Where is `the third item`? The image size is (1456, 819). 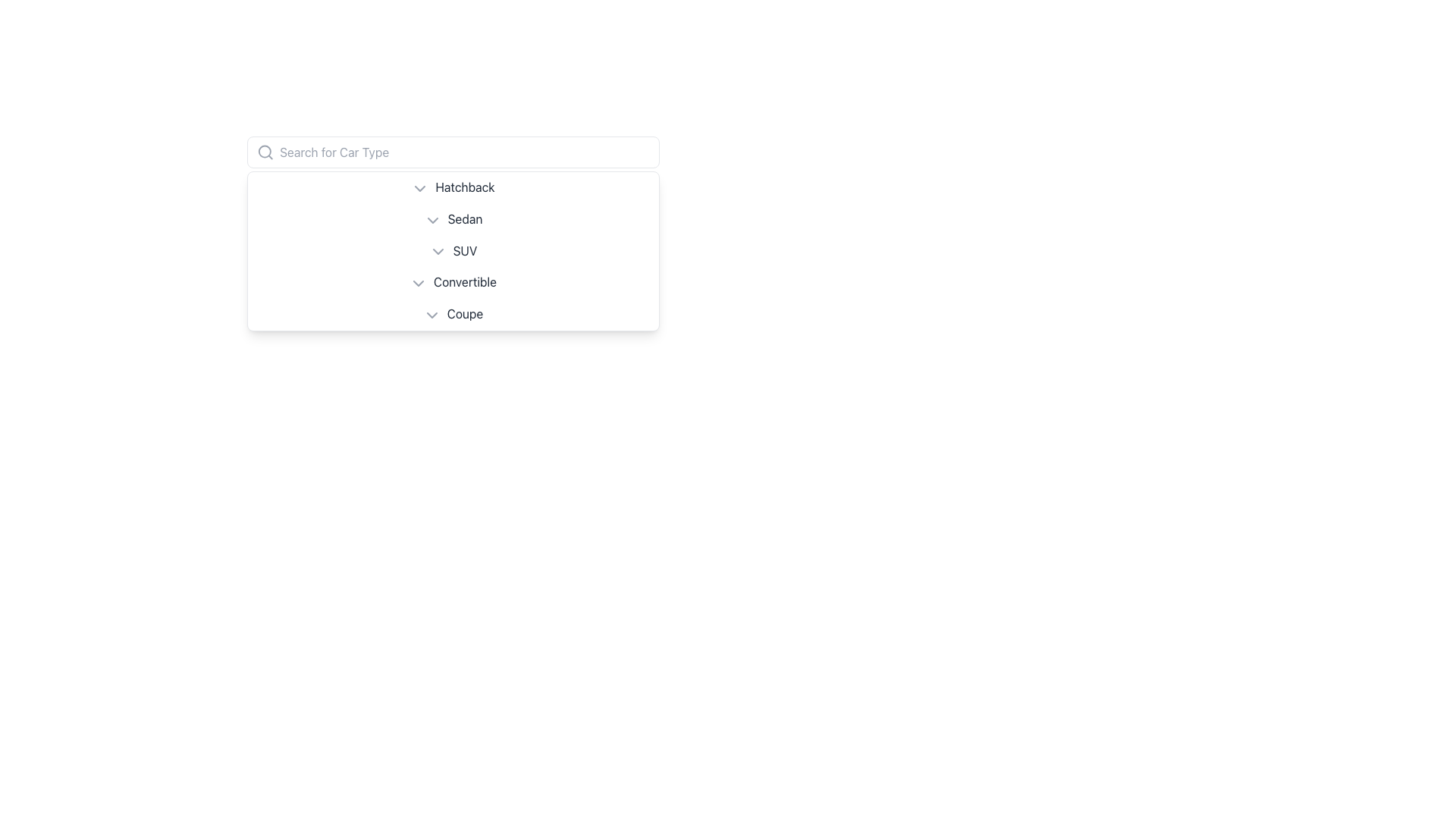
the third item is located at coordinates (452, 250).